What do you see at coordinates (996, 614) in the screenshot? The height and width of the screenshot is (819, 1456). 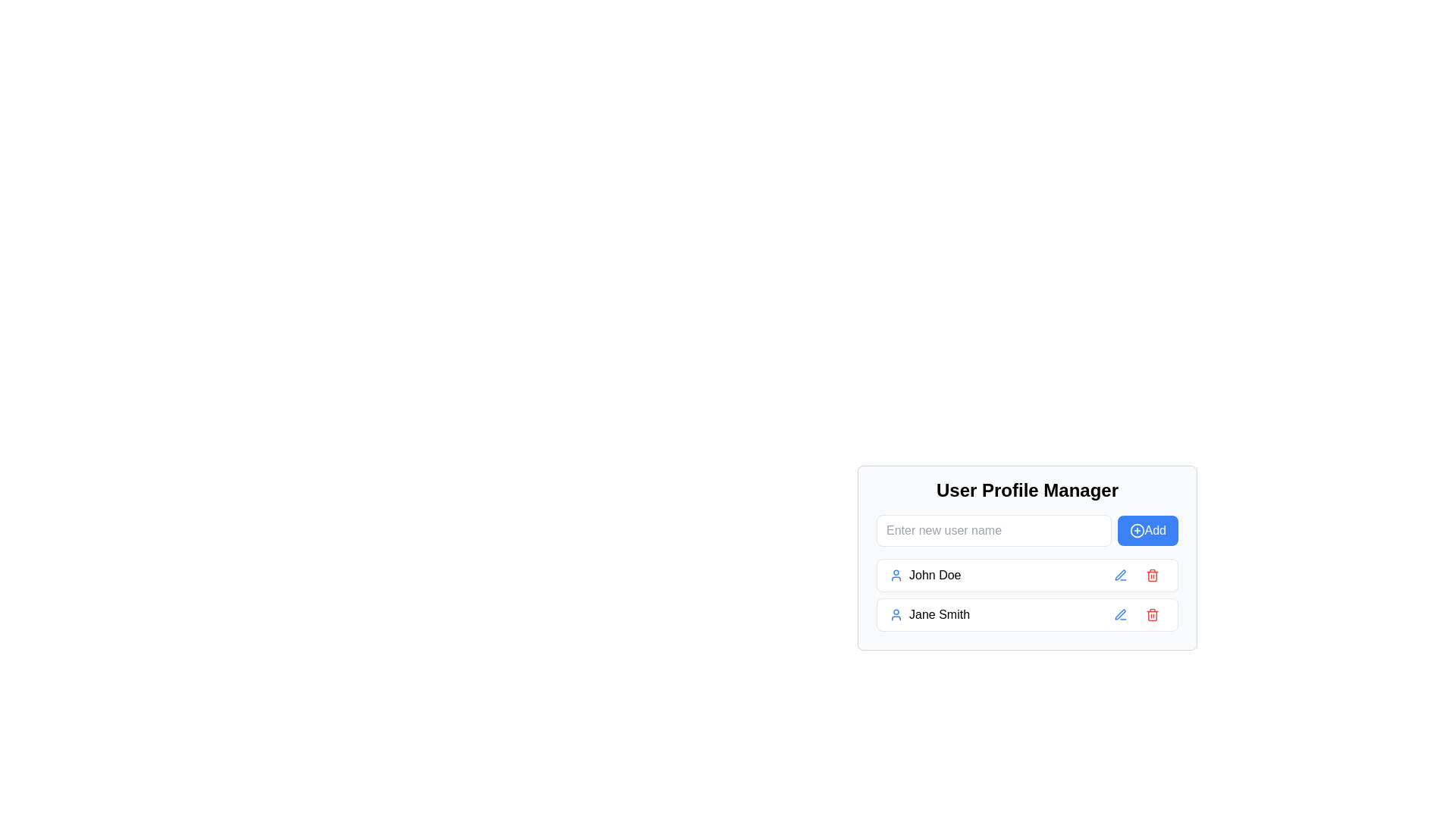 I see `the user profile entry labeled 'Jane Smith', which is the second item in the list of profiles within the 'User Profile Manager' interface` at bounding box center [996, 614].